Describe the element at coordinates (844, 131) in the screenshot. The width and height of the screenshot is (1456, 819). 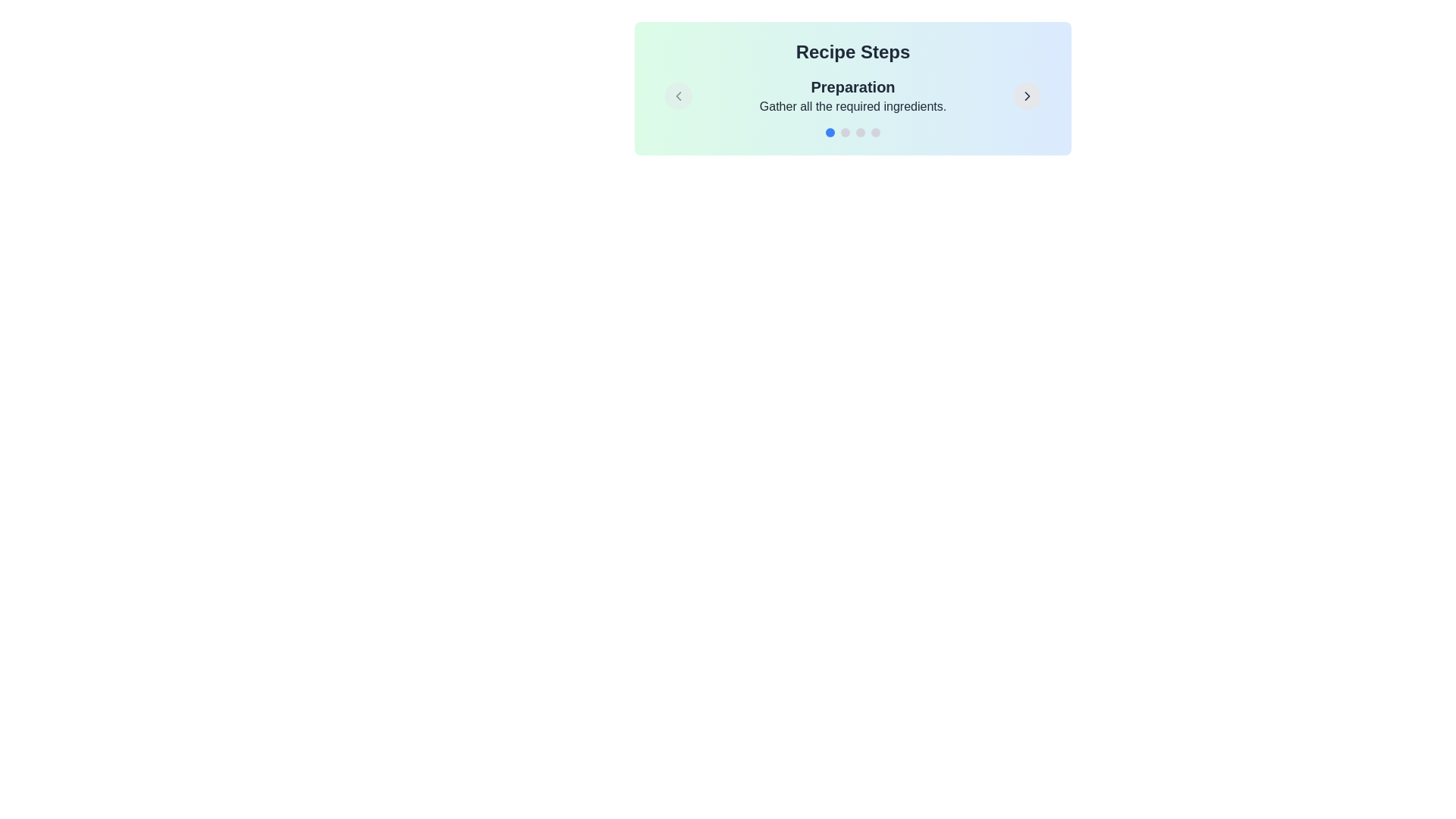
I see `the second indicator dot in the horizontal row of four dots at the center-bottom of the 'Recipe Steps' card` at that location.